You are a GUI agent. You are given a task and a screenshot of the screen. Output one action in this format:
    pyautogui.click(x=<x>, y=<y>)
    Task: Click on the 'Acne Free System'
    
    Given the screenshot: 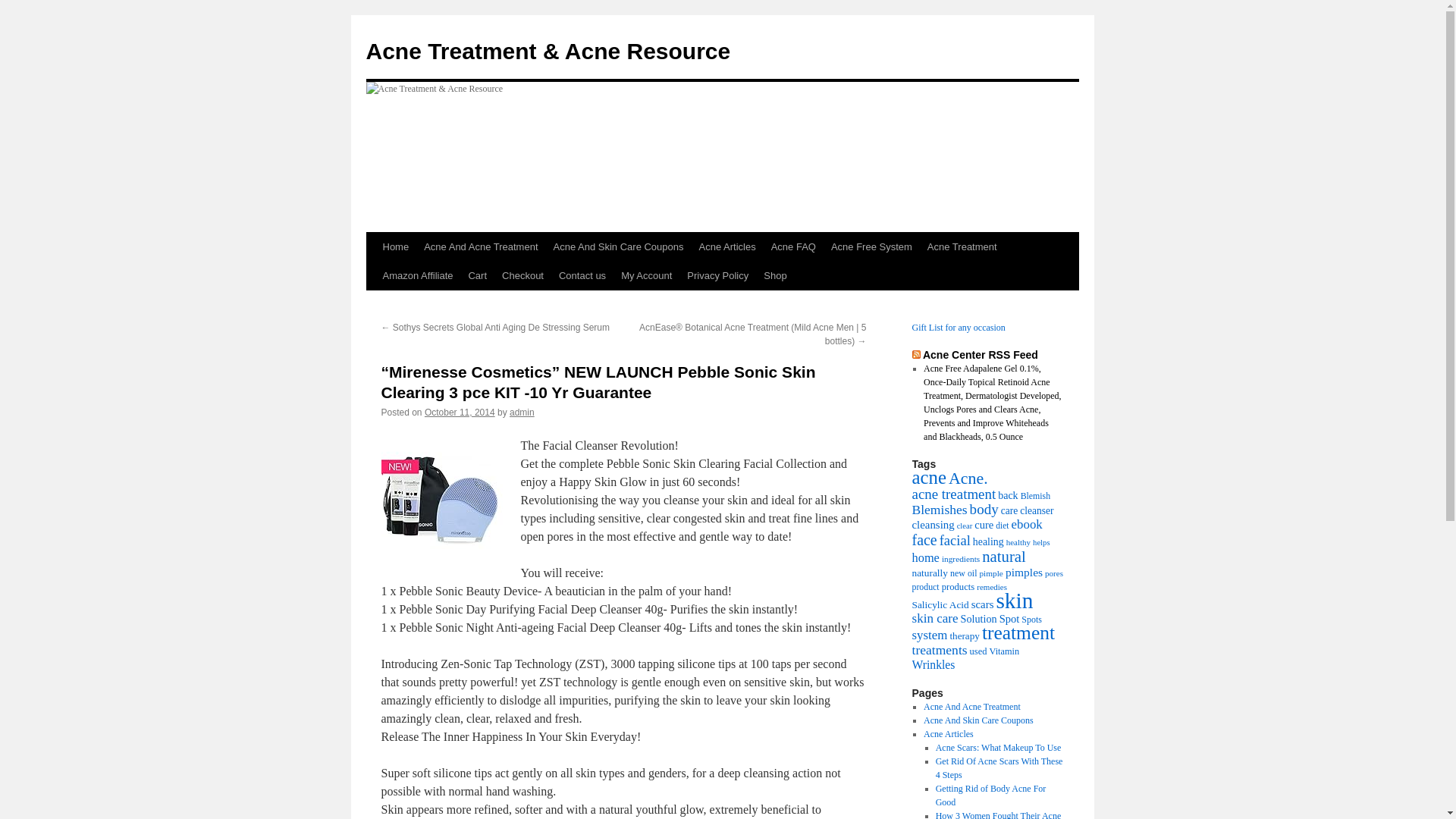 What is the action you would take?
    pyautogui.click(x=822, y=246)
    